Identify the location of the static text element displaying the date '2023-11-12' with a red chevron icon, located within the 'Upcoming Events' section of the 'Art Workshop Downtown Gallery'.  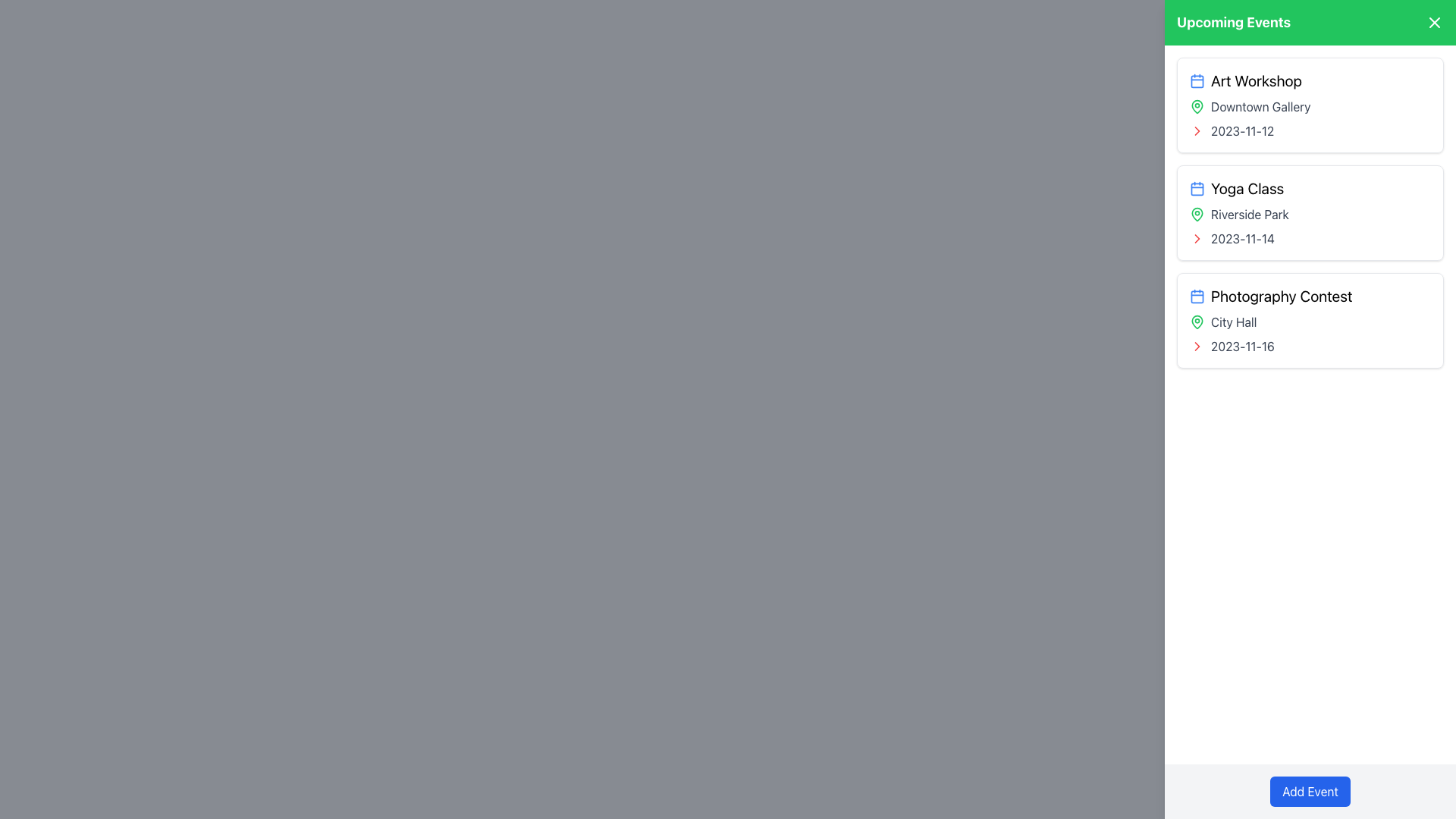
(1310, 130).